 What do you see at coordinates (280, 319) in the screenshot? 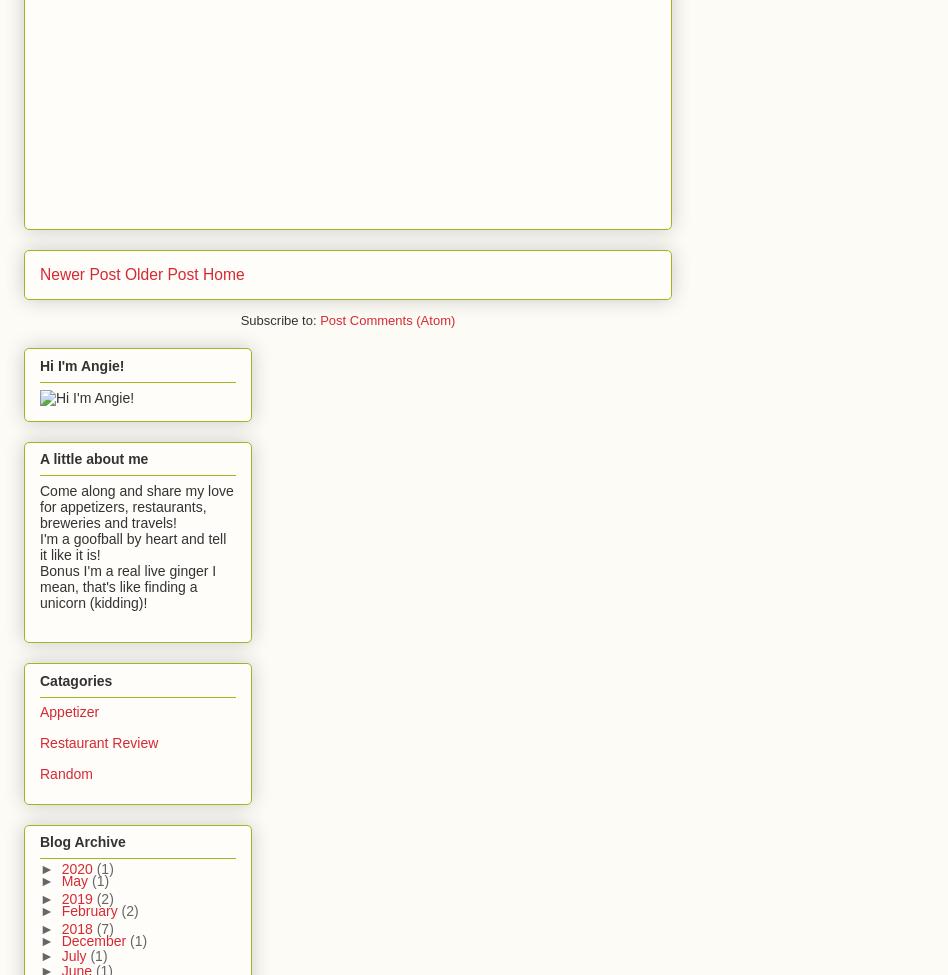
I see `'Subscribe to:'` at bounding box center [280, 319].